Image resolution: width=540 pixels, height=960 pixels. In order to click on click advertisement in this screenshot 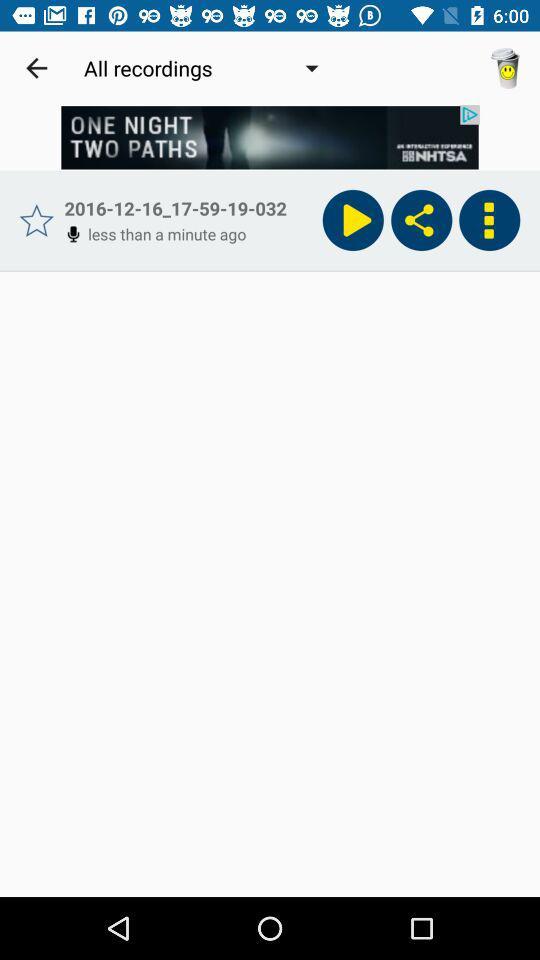, I will do `click(270, 136)`.